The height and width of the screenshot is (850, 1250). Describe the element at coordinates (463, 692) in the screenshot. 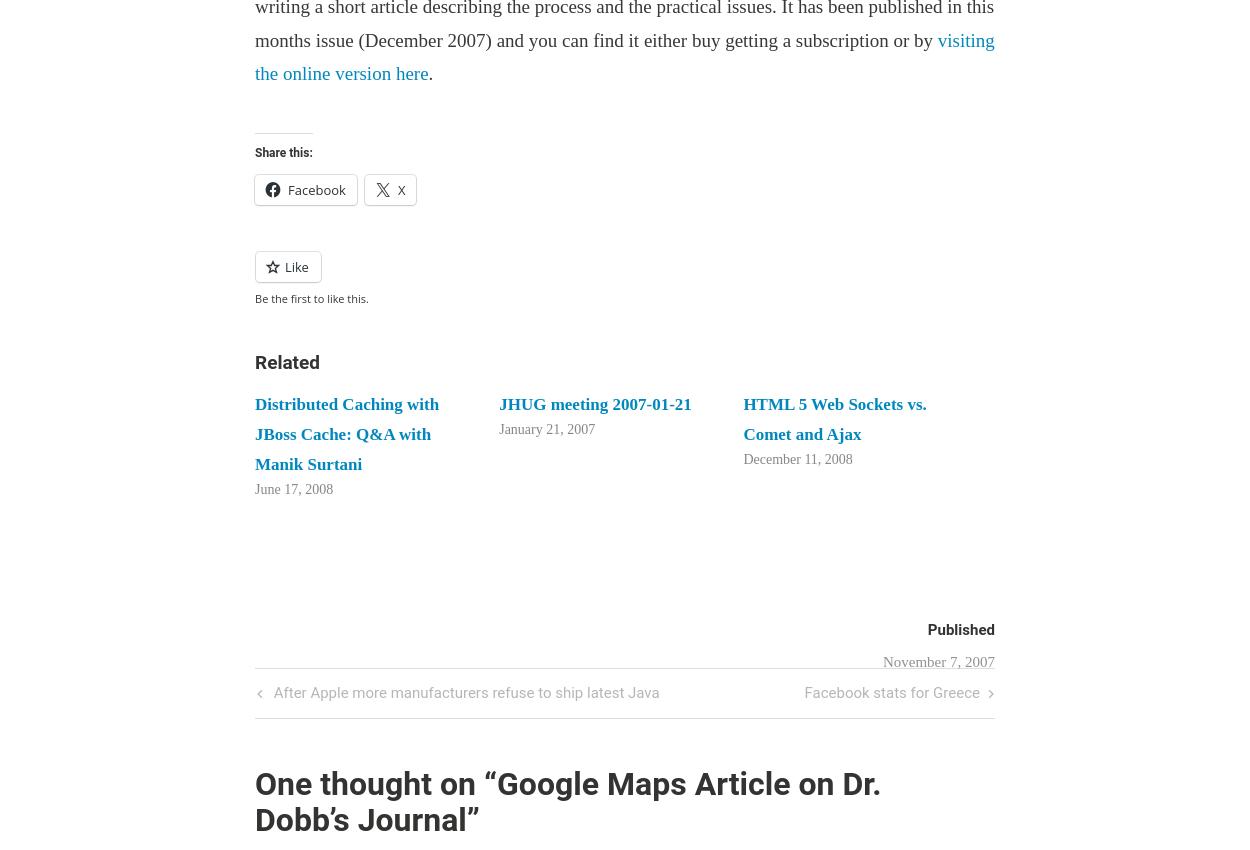

I see `'After Apple more manufacturers refuse to ship latest Java'` at that location.